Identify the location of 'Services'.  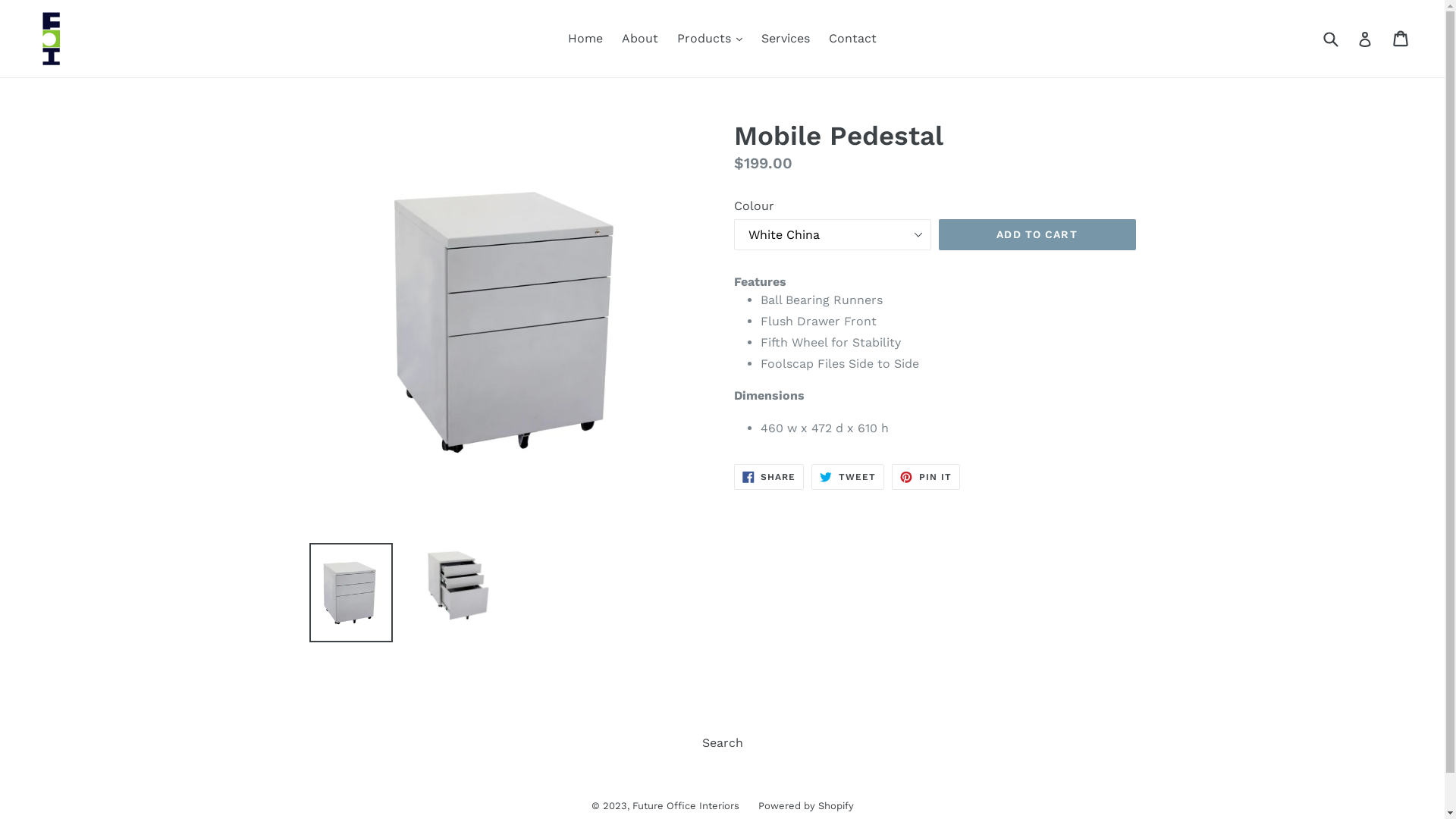
(786, 37).